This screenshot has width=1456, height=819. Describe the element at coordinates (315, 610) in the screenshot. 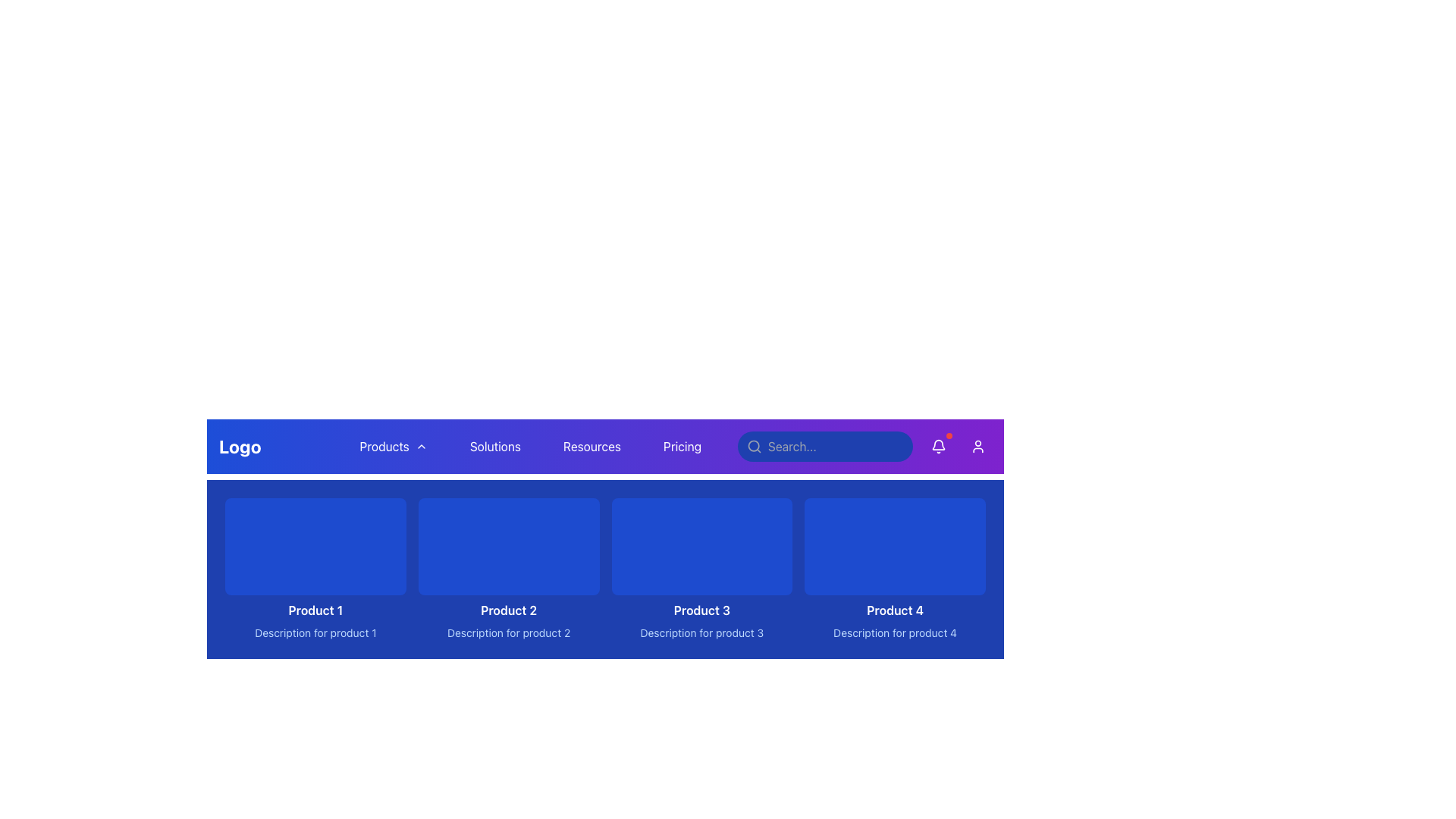

I see `the Text Label that represents the title of the product in the first product card, located at the bottom center, above the description text` at that location.